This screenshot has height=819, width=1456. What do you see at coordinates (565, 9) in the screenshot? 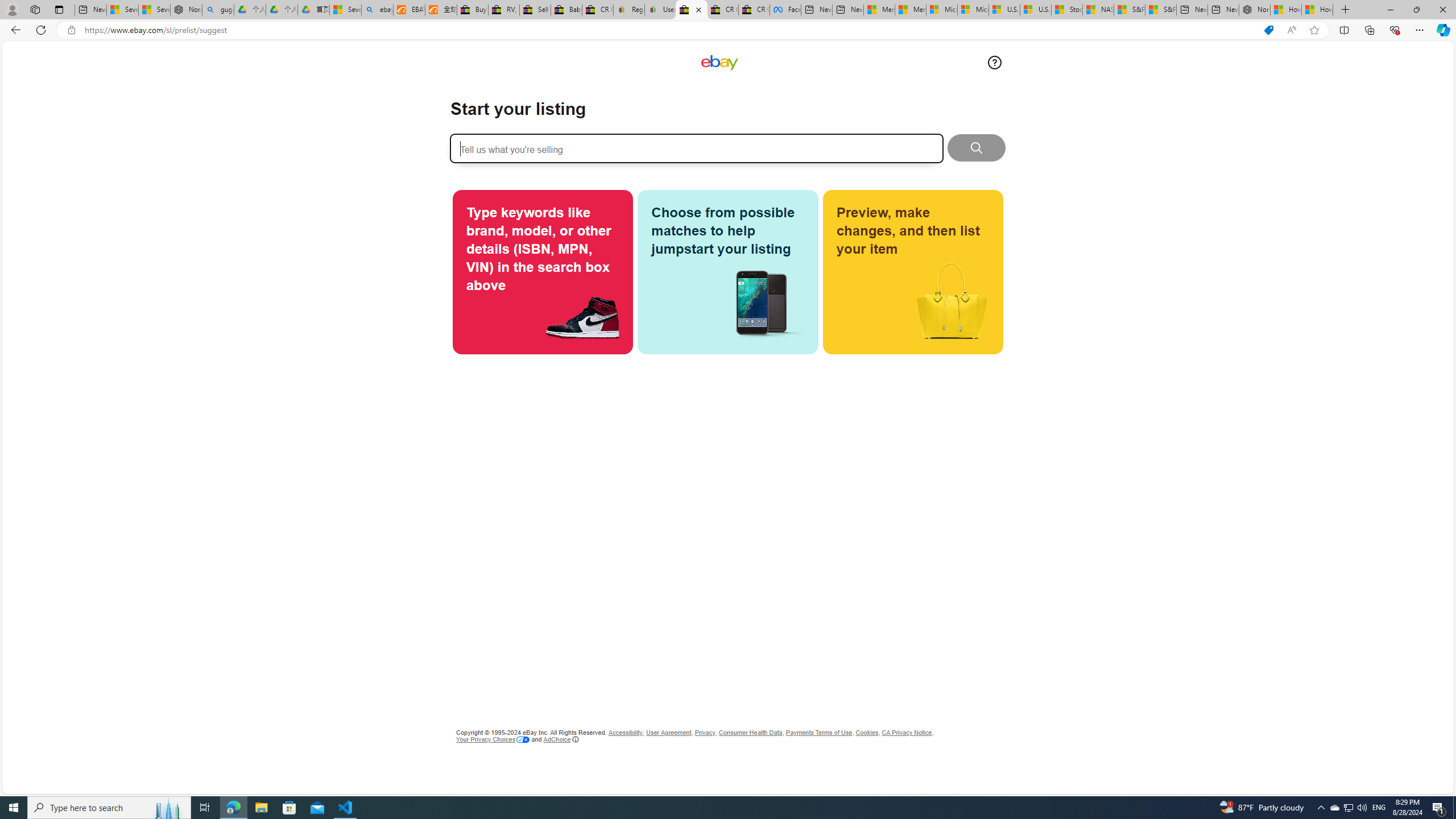
I see `'Baby Keepsakes & Announcements for sale | eBay'` at bounding box center [565, 9].